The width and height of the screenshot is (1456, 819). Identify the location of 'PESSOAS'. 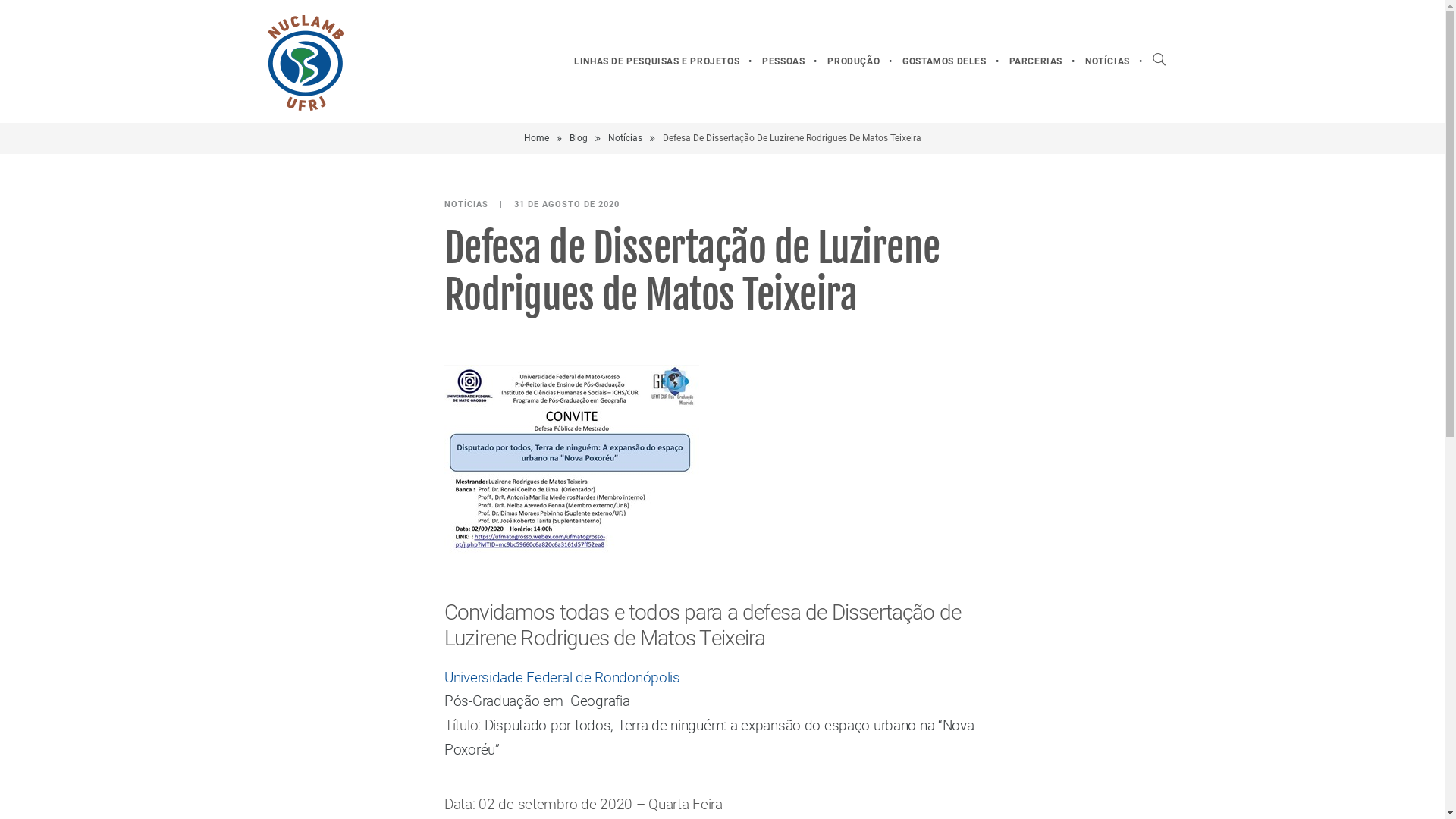
(750, 61).